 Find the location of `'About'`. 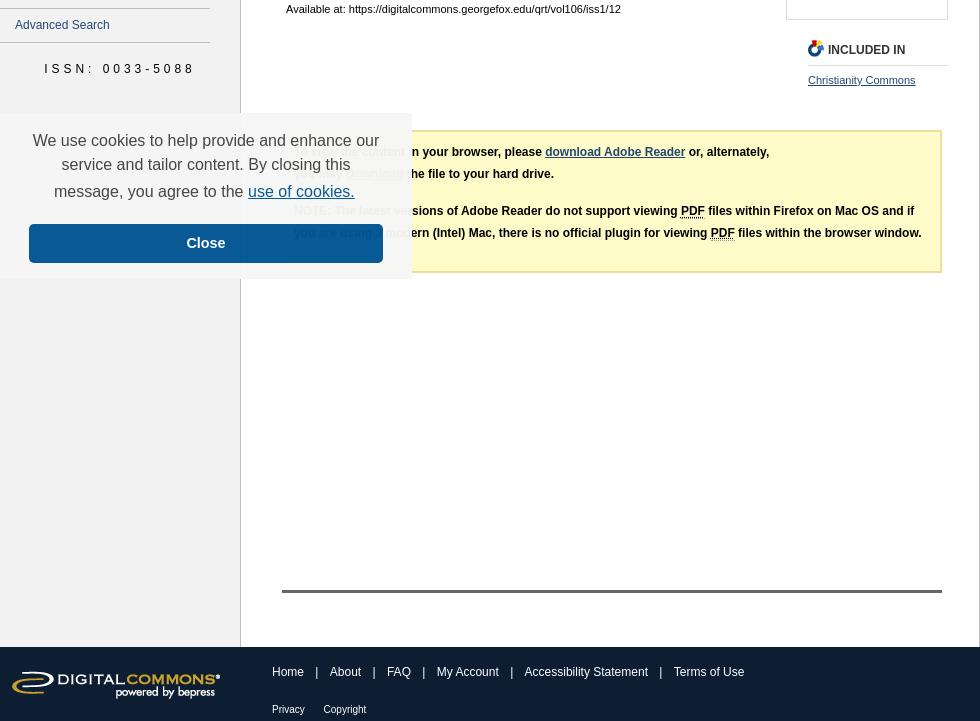

'About' is located at coordinates (328, 670).